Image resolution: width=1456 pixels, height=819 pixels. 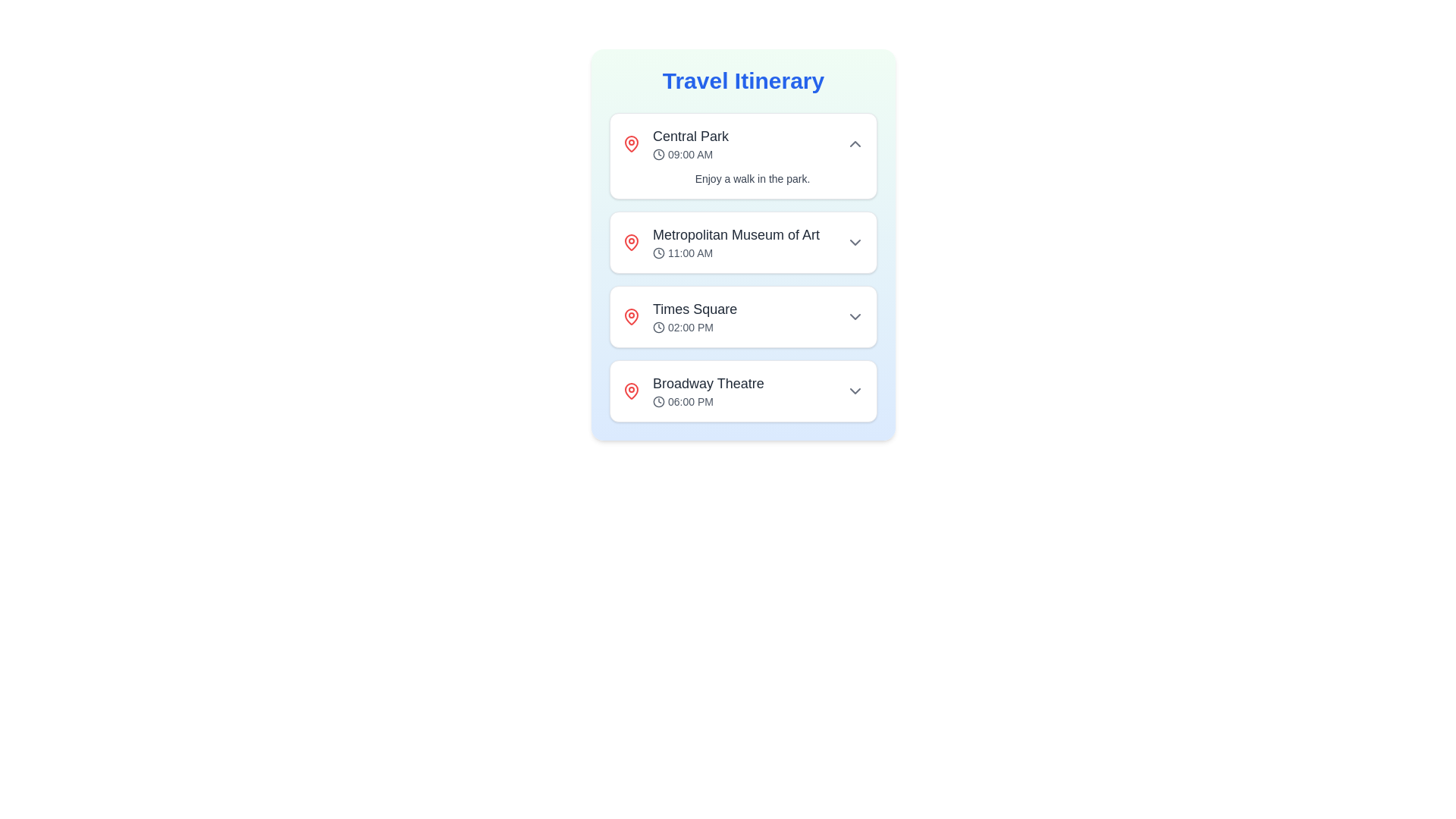 I want to click on the text block displaying 'Broadway Theatre' with the associated clock icon, which is the fourth list item in the 'Travel Itinerary' panel, so click(x=708, y=391).